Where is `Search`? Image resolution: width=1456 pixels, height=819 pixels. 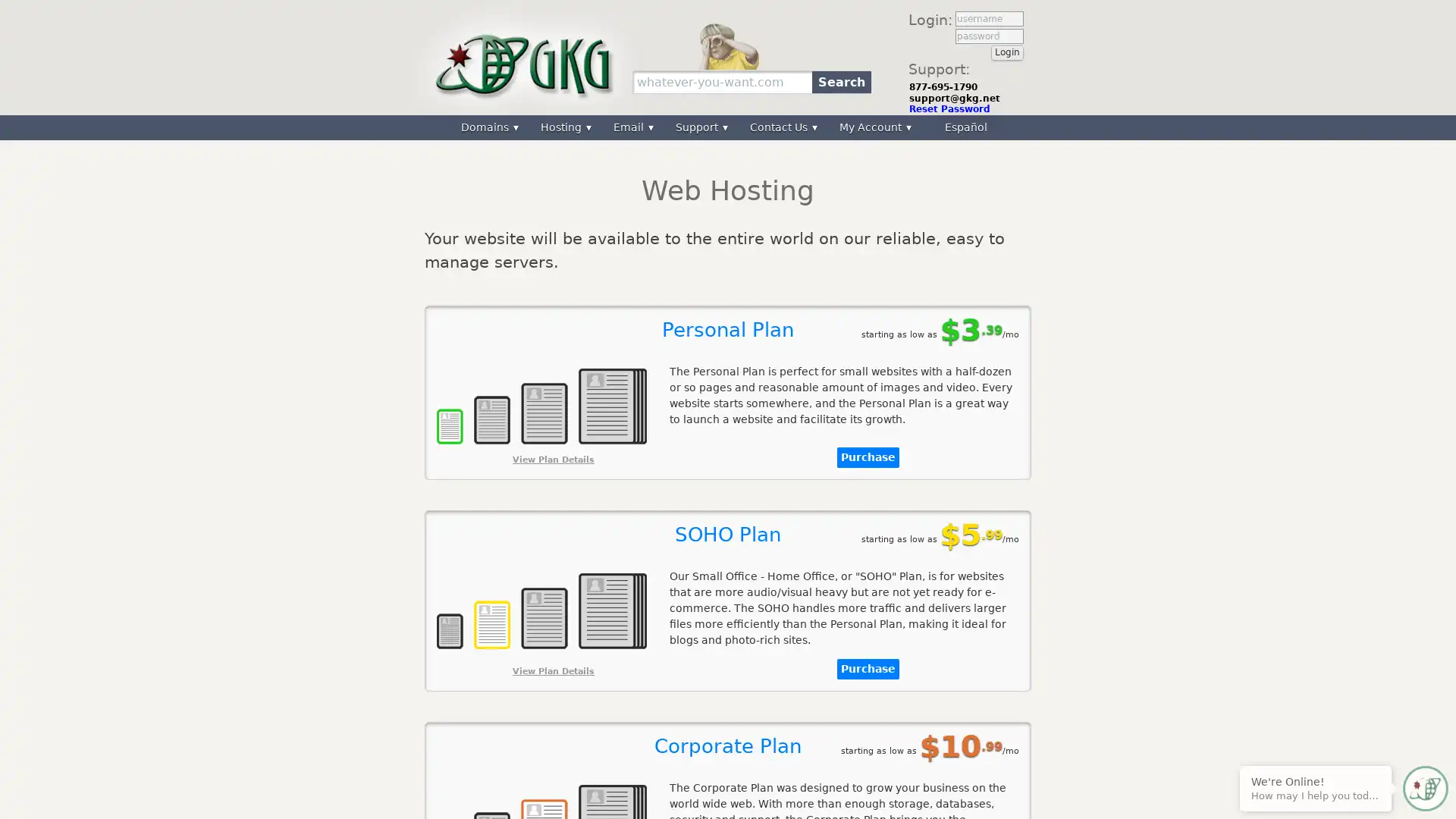
Search is located at coordinates (840, 81).